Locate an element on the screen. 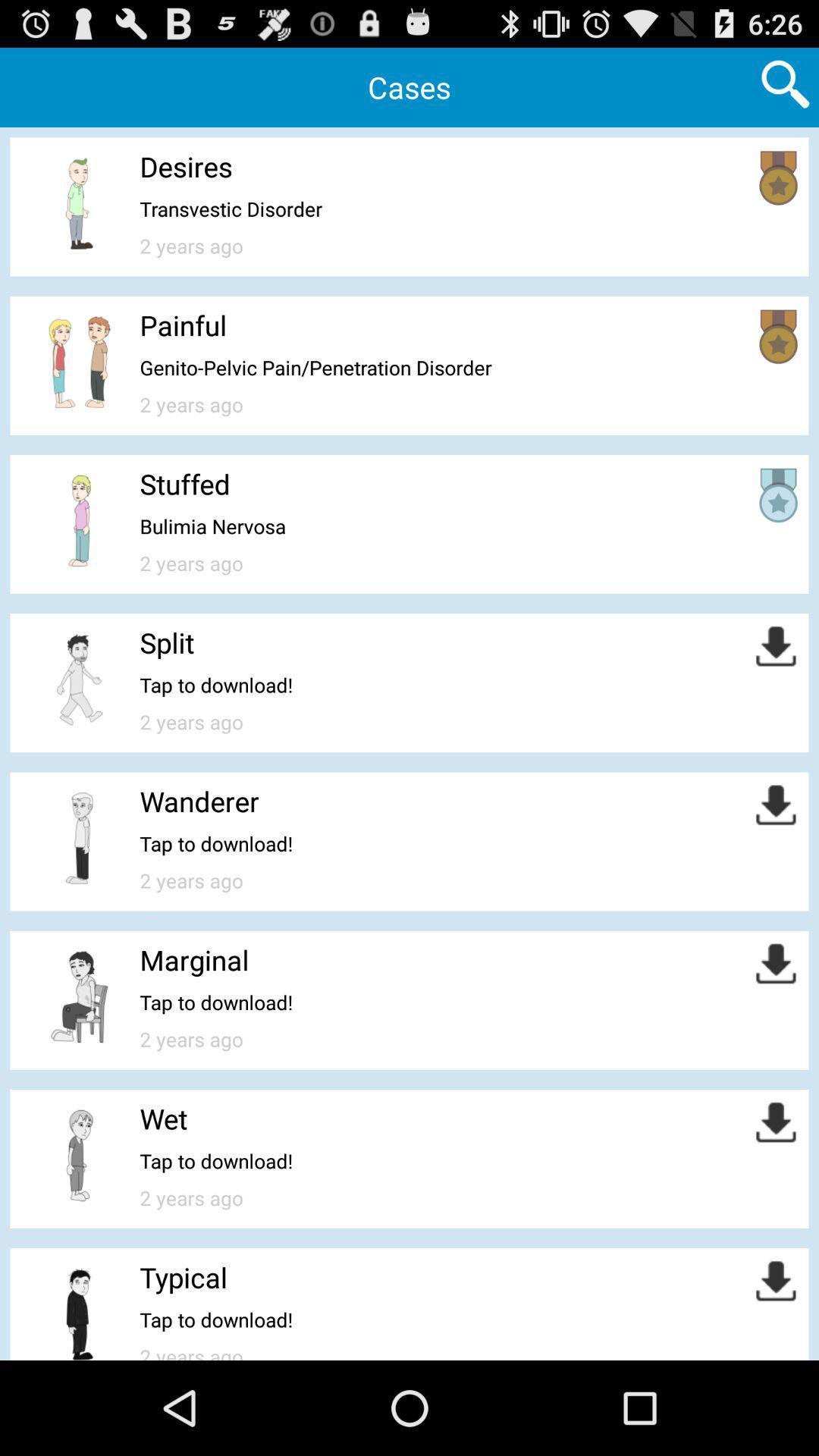 The height and width of the screenshot is (1456, 819). item below desires app is located at coordinates (231, 208).